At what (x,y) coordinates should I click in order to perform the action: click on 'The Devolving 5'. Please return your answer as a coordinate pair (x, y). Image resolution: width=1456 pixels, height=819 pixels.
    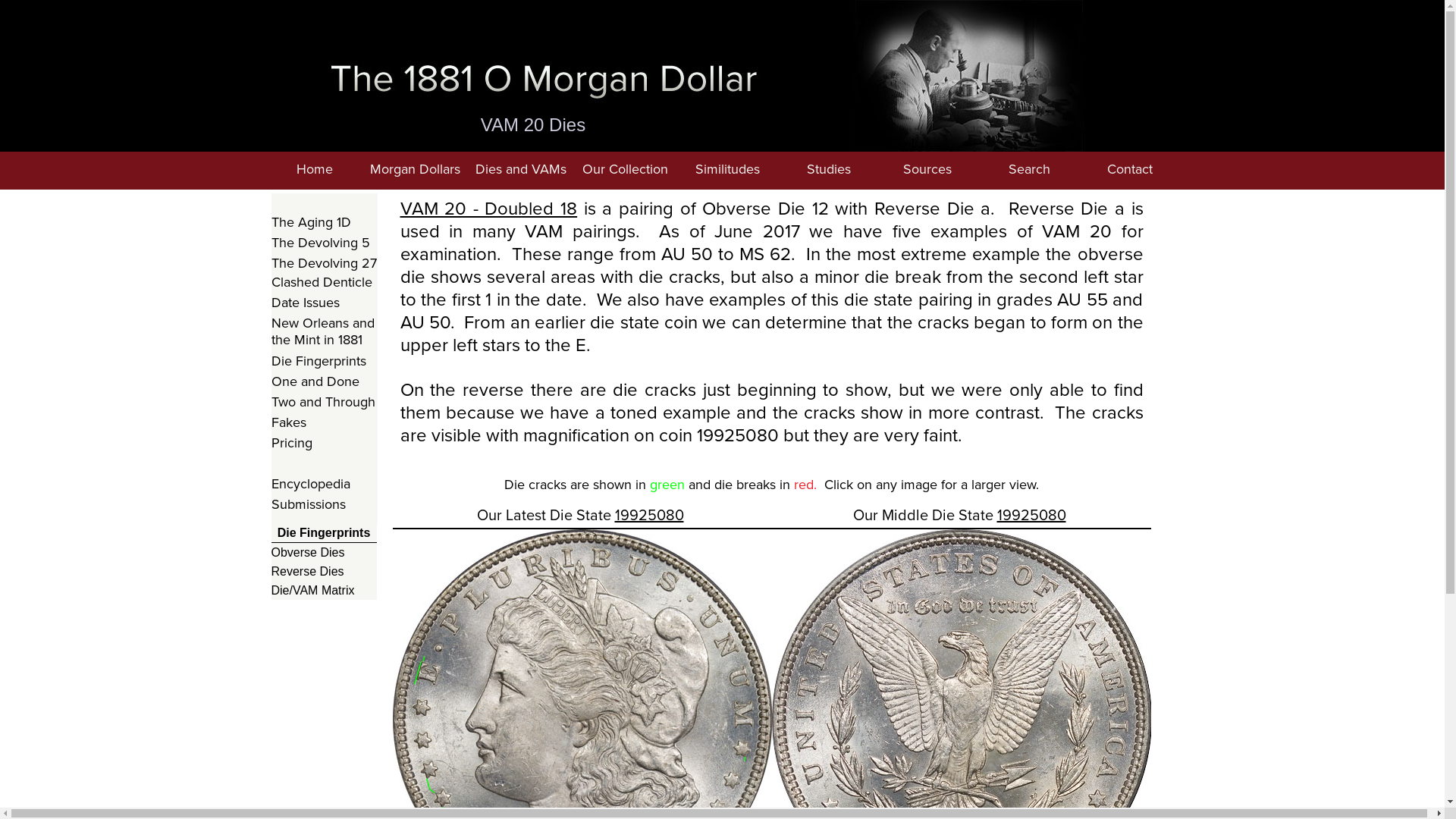
    Looking at the image, I should click on (323, 242).